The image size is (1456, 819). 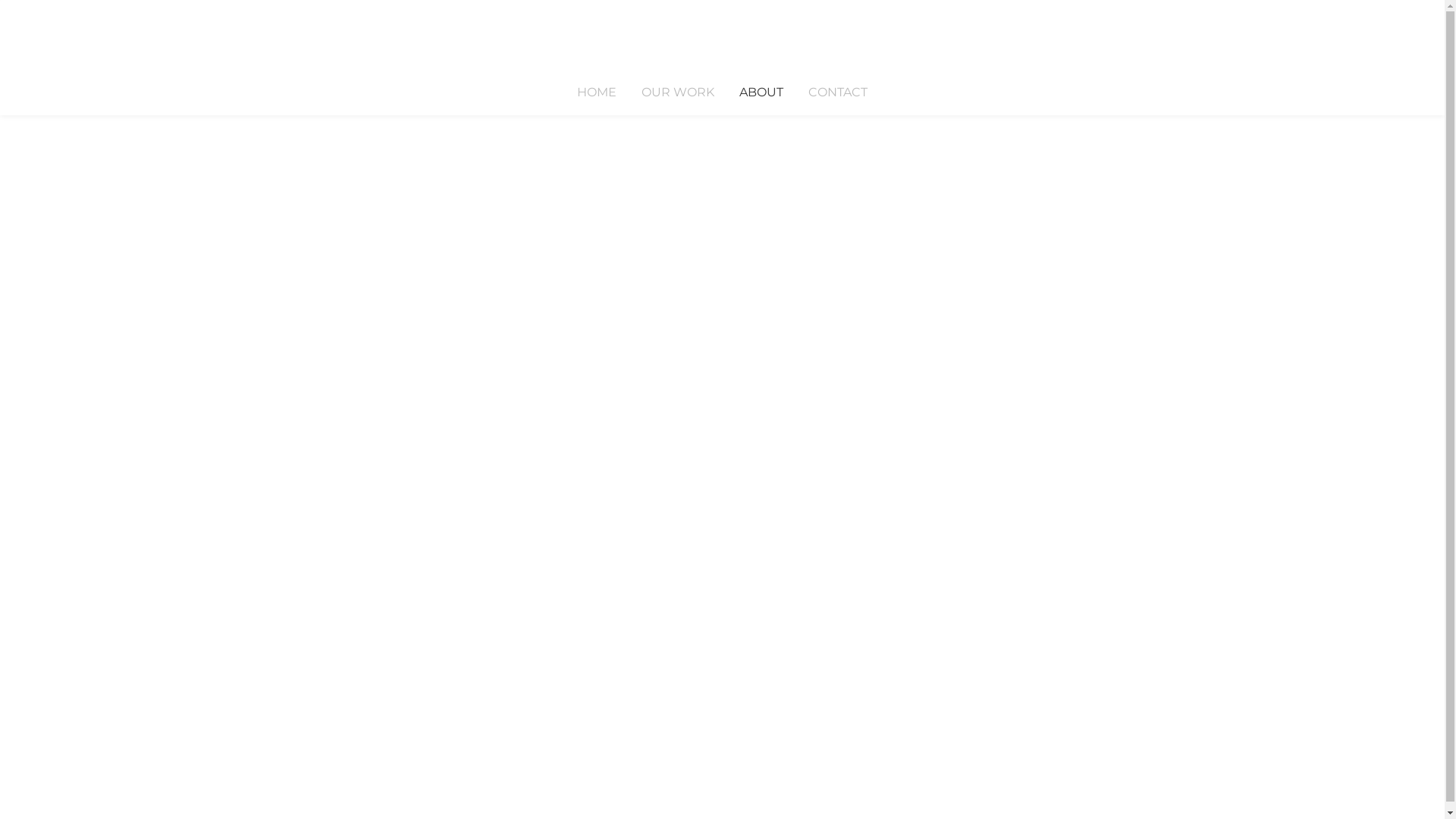 I want to click on 'HOME', so click(x=596, y=93).